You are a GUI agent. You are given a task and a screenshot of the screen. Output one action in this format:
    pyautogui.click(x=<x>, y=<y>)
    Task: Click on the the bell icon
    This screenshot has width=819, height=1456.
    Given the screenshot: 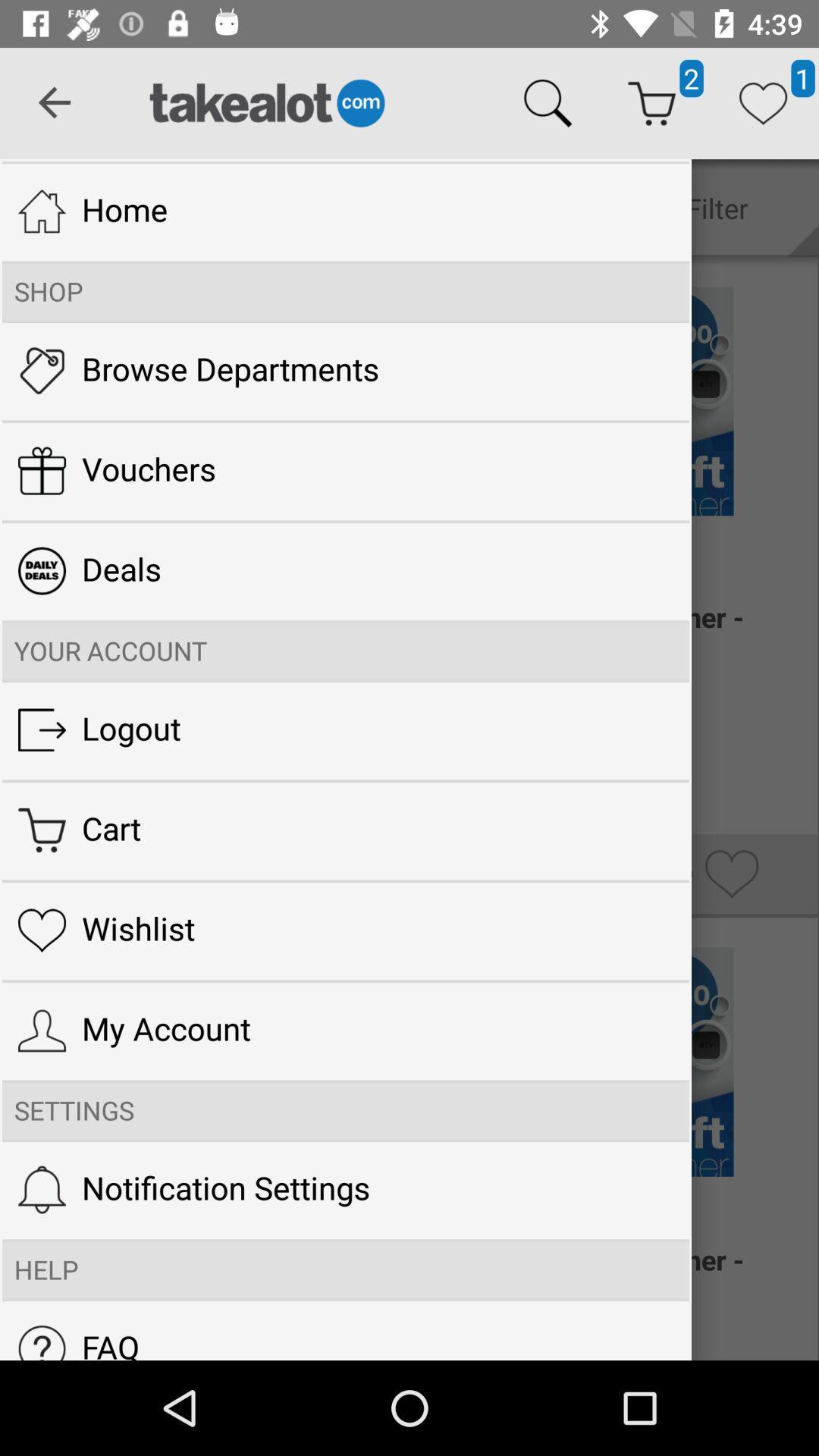 What is the action you would take?
    pyautogui.click(x=41, y=1189)
    